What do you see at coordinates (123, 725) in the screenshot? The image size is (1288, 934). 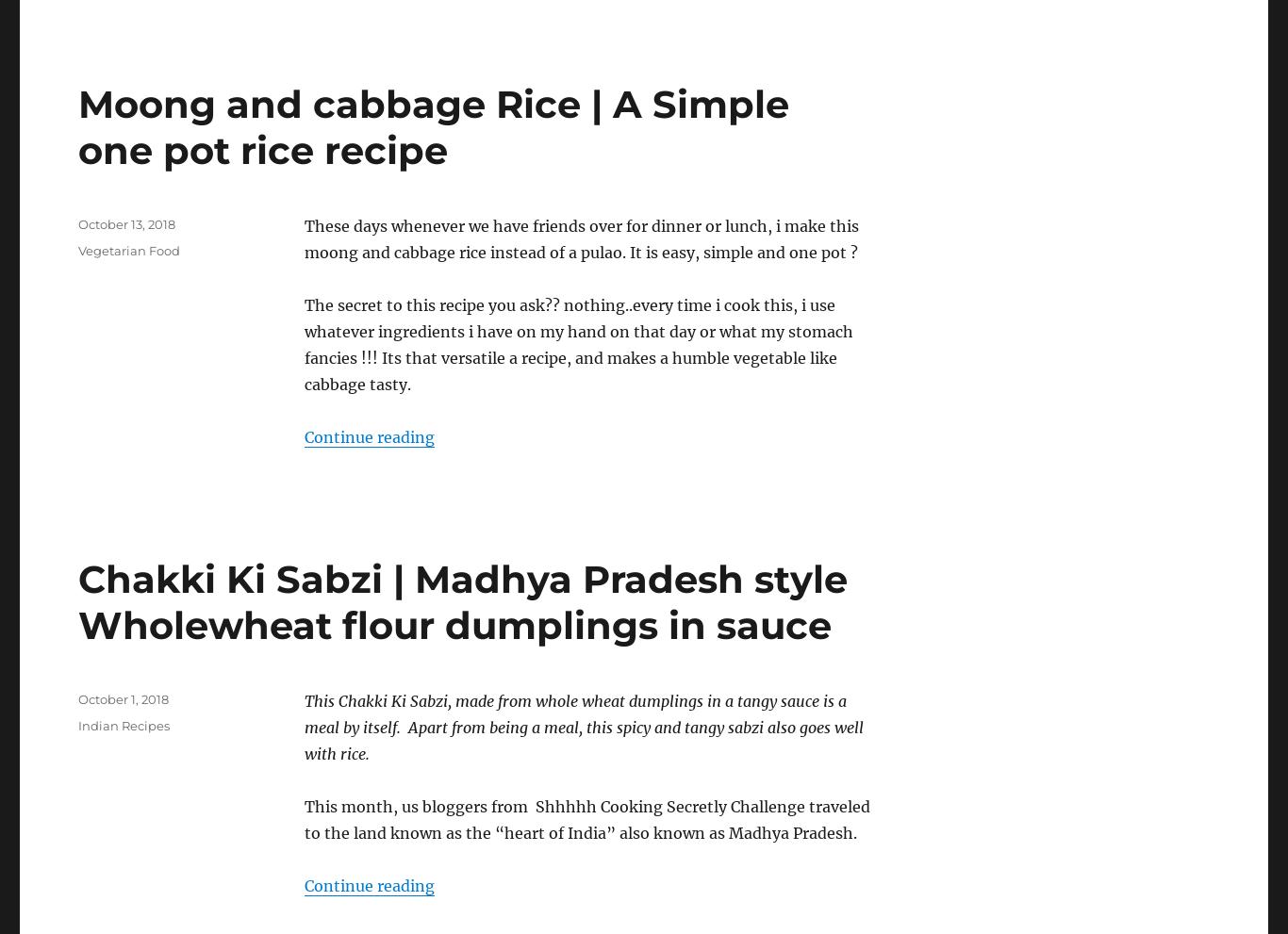 I see `'Indian Recipes'` at bounding box center [123, 725].